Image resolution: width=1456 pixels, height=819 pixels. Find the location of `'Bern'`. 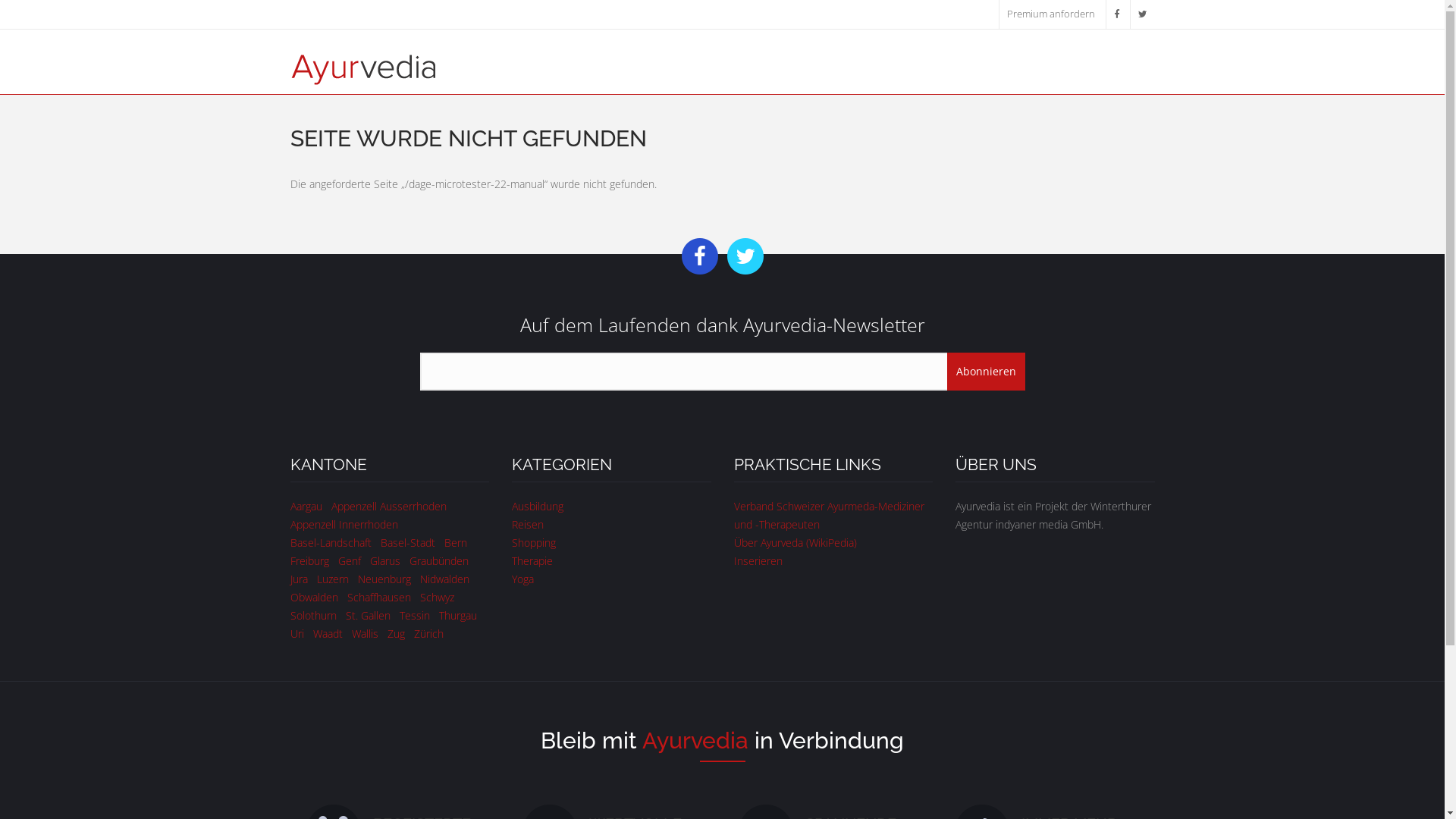

'Bern' is located at coordinates (454, 541).